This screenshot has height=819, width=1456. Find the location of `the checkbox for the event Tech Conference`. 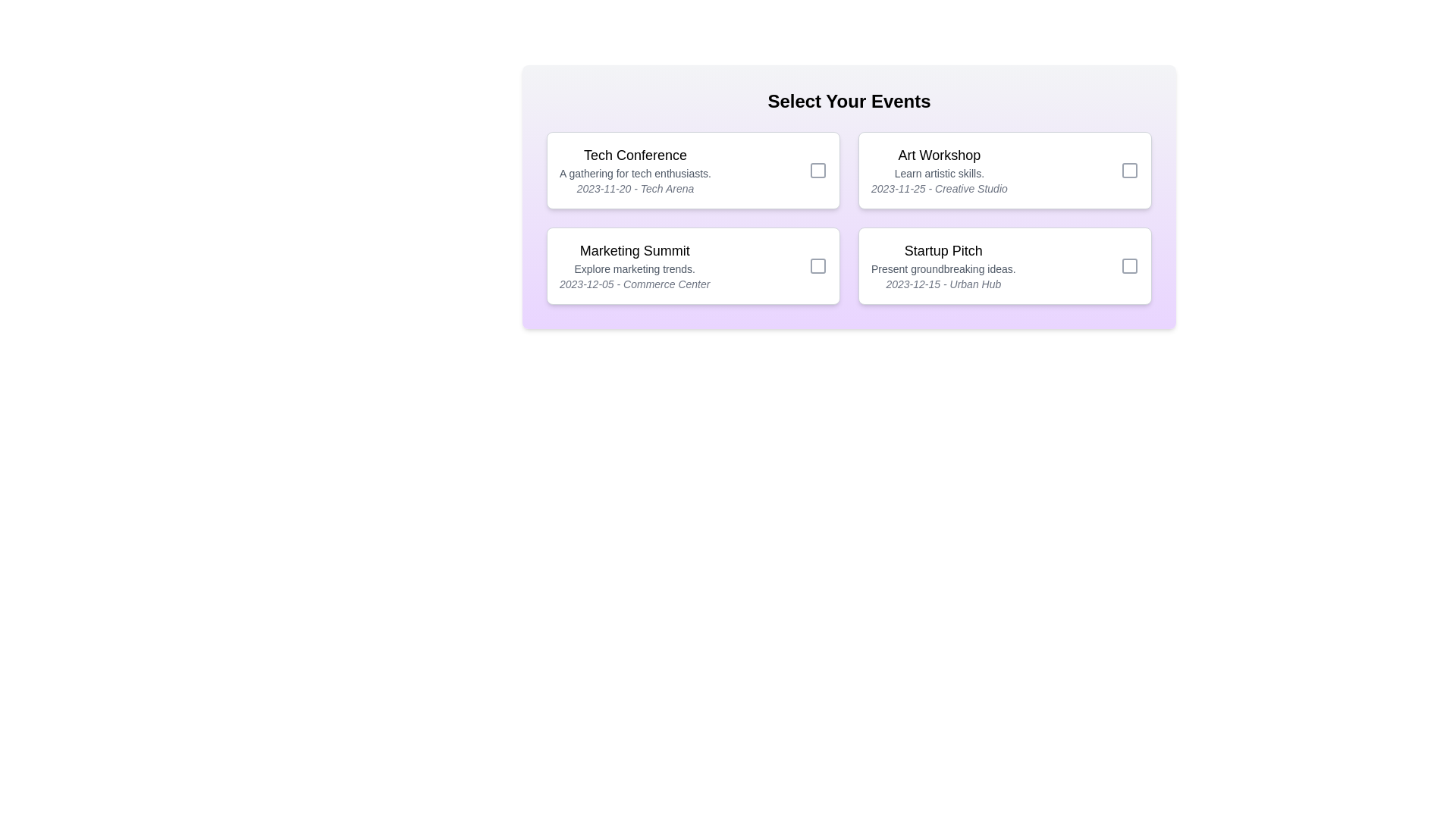

the checkbox for the event Tech Conference is located at coordinates (818, 170).